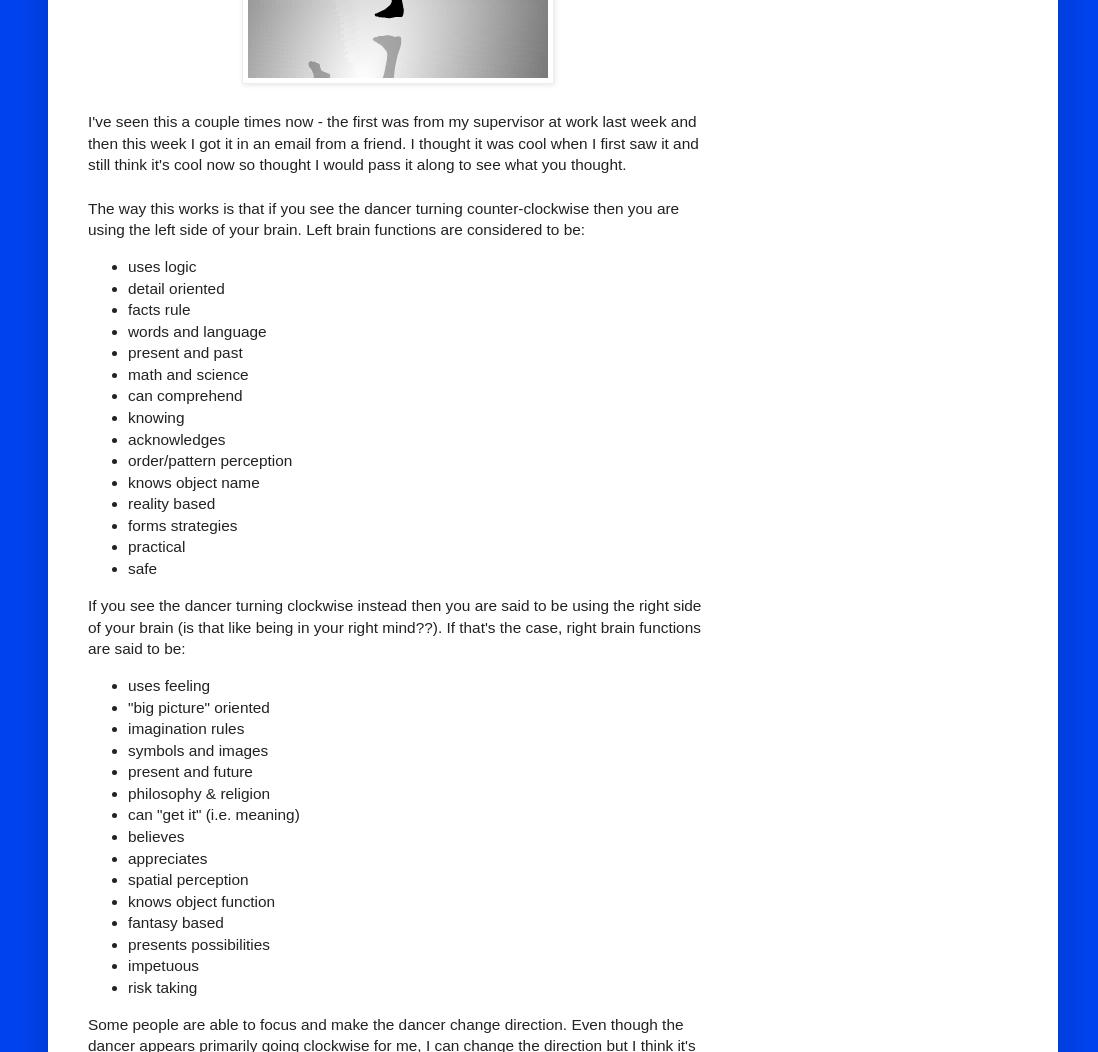  I want to click on 'philosophy & religion', so click(197, 792).